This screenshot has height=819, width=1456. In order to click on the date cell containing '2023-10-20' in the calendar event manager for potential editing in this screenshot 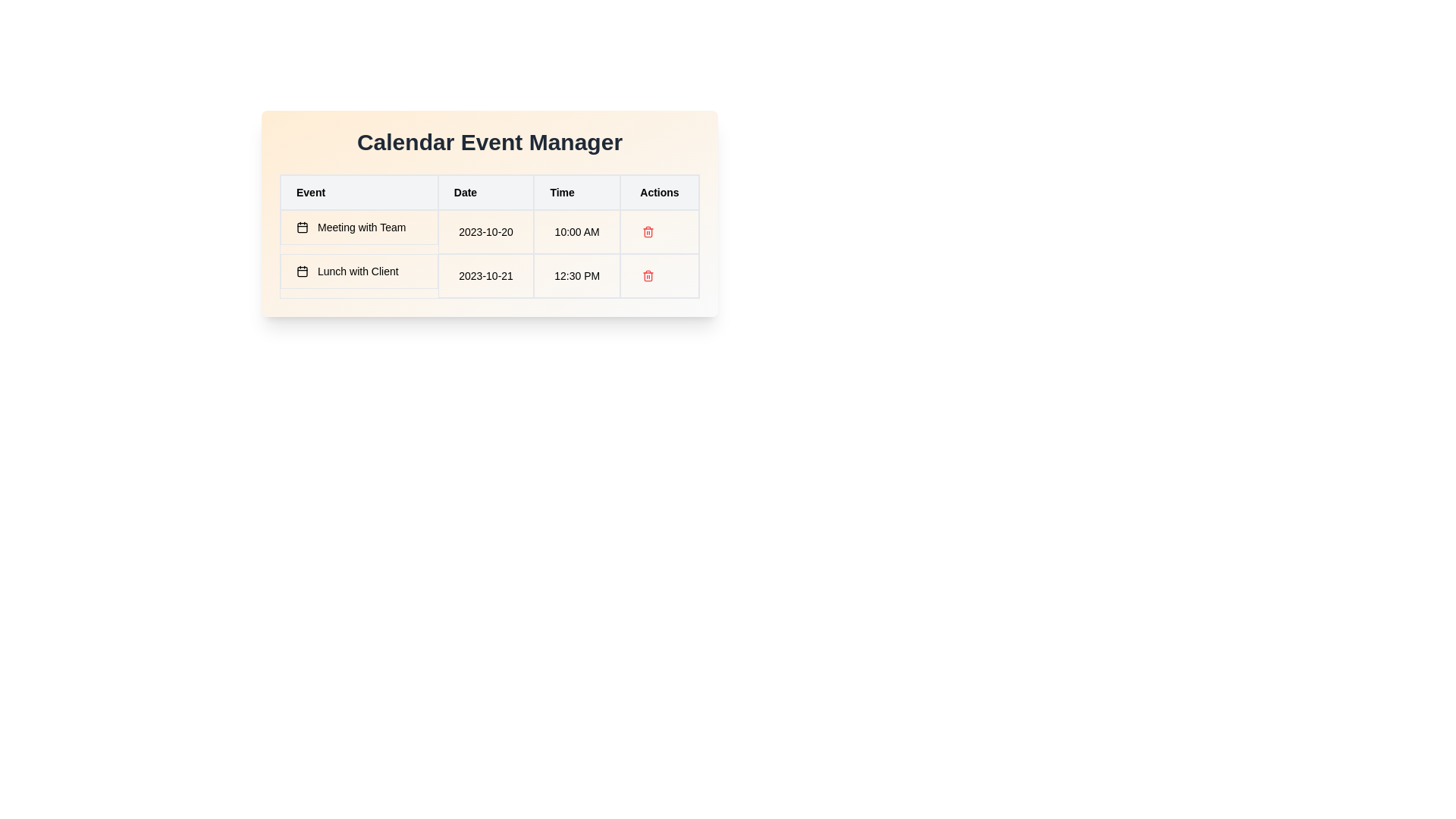, I will do `click(490, 213)`.